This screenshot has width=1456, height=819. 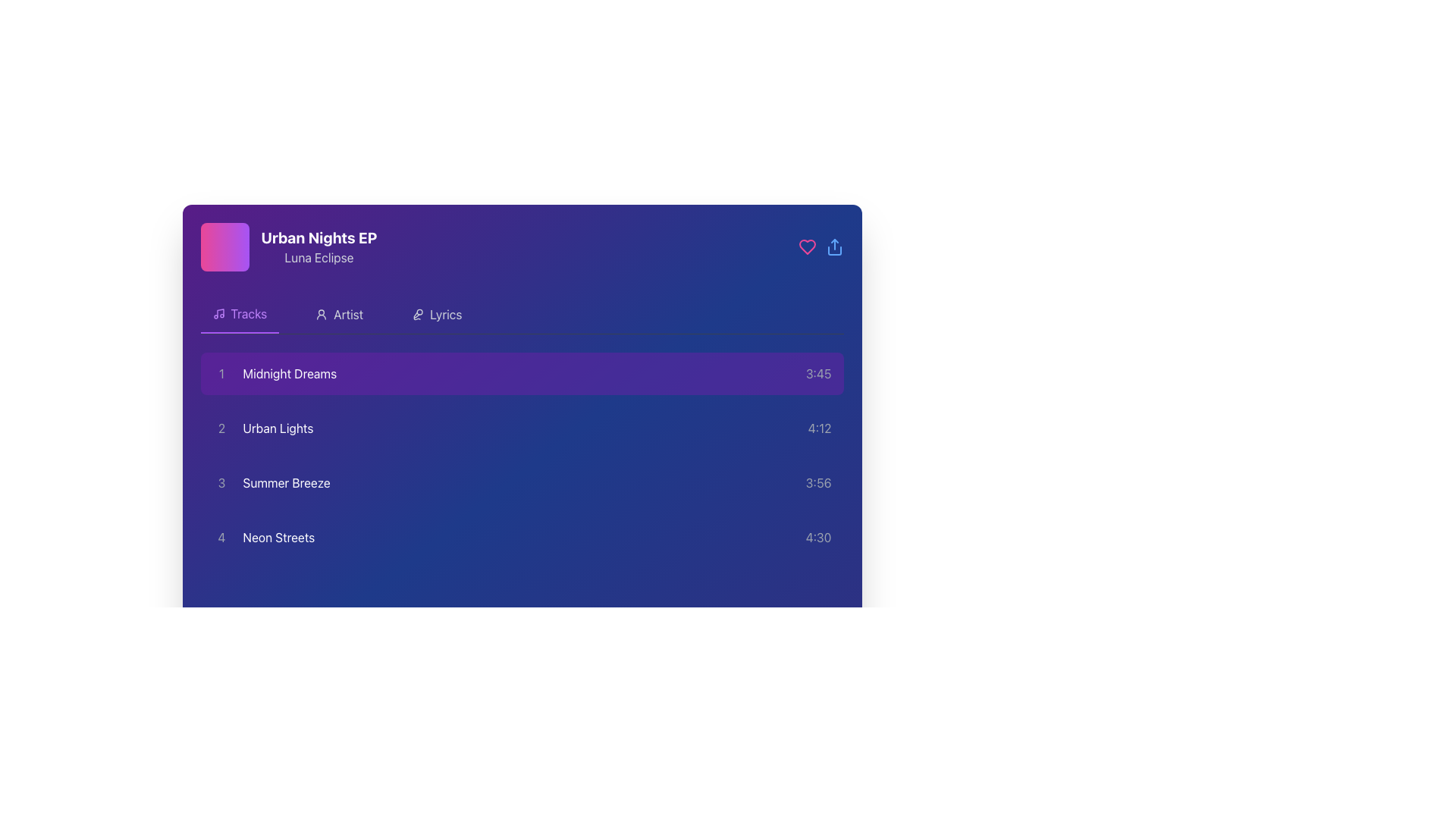 I want to click on the first list item with the title 'Midnight Dreams' and a purple background, so click(x=522, y=374).